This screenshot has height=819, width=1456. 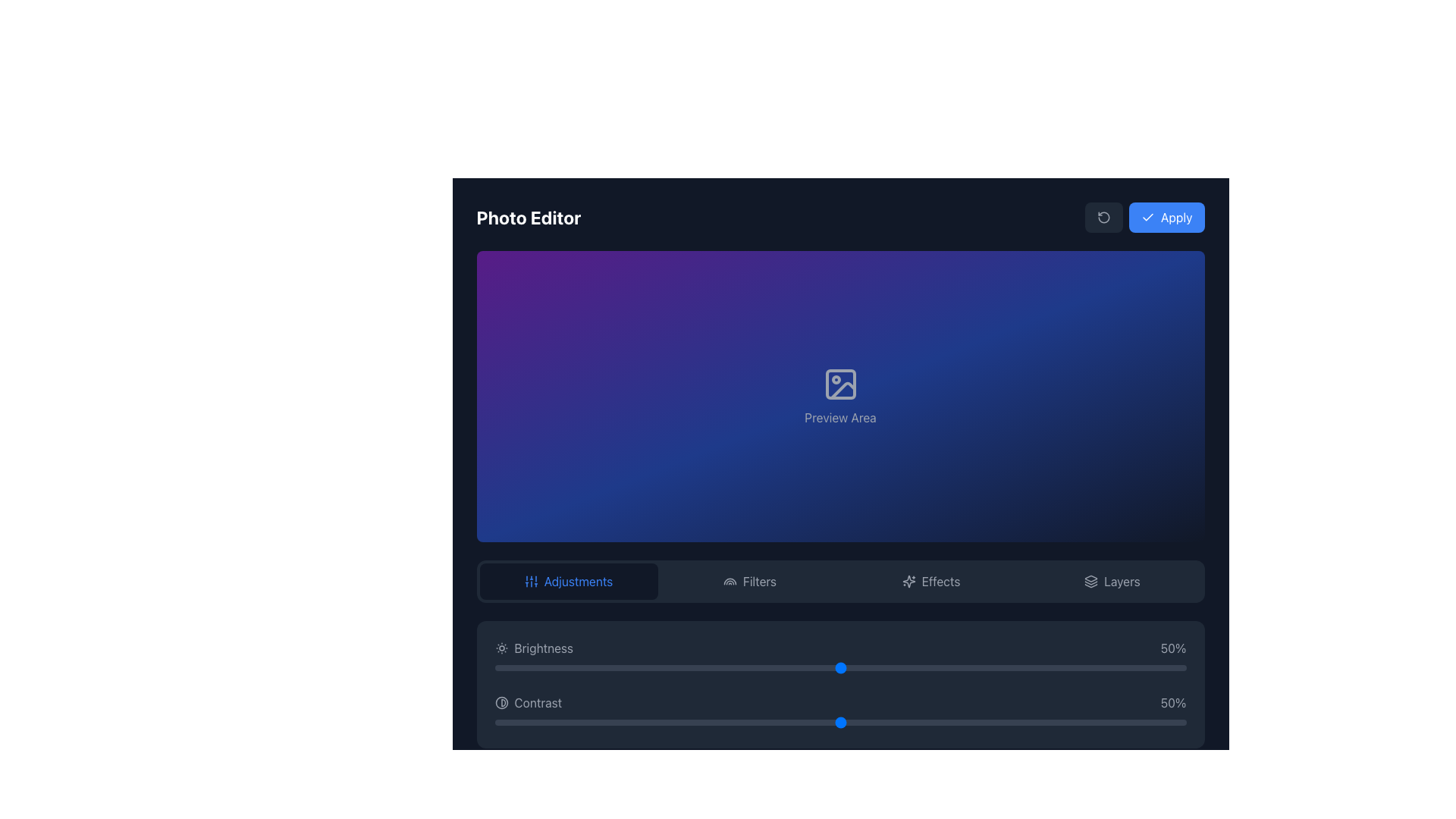 I want to click on the decorative contrast adjustment icon located to the left of the 'Contrast' label in the photo editor's adjustments section, so click(x=501, y=702).